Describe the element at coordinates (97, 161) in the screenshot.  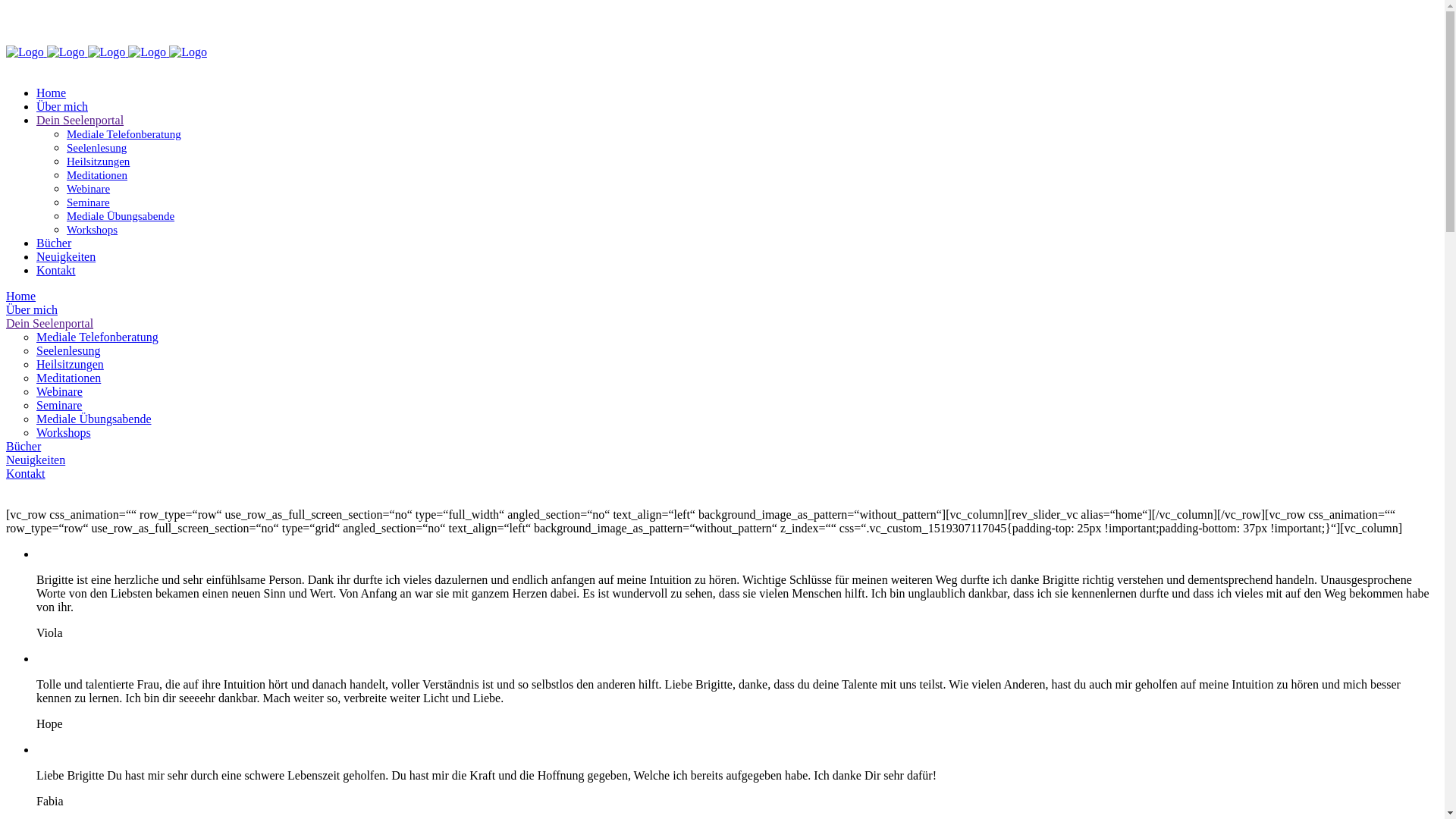
I see `'Heilsitzungen'` at that location.